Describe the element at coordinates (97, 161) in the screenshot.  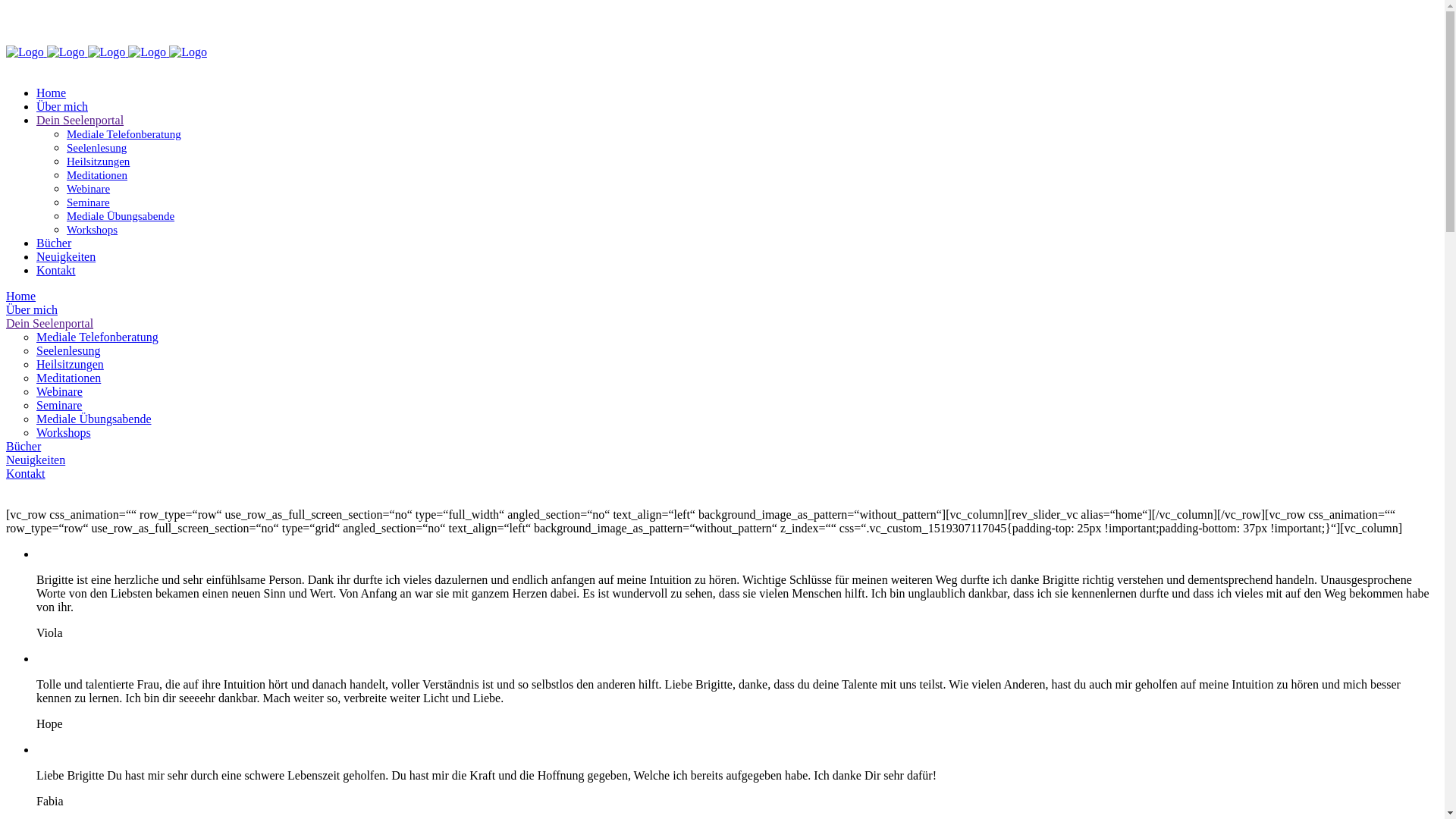
I see `'Heilsitzungen'` at that location.